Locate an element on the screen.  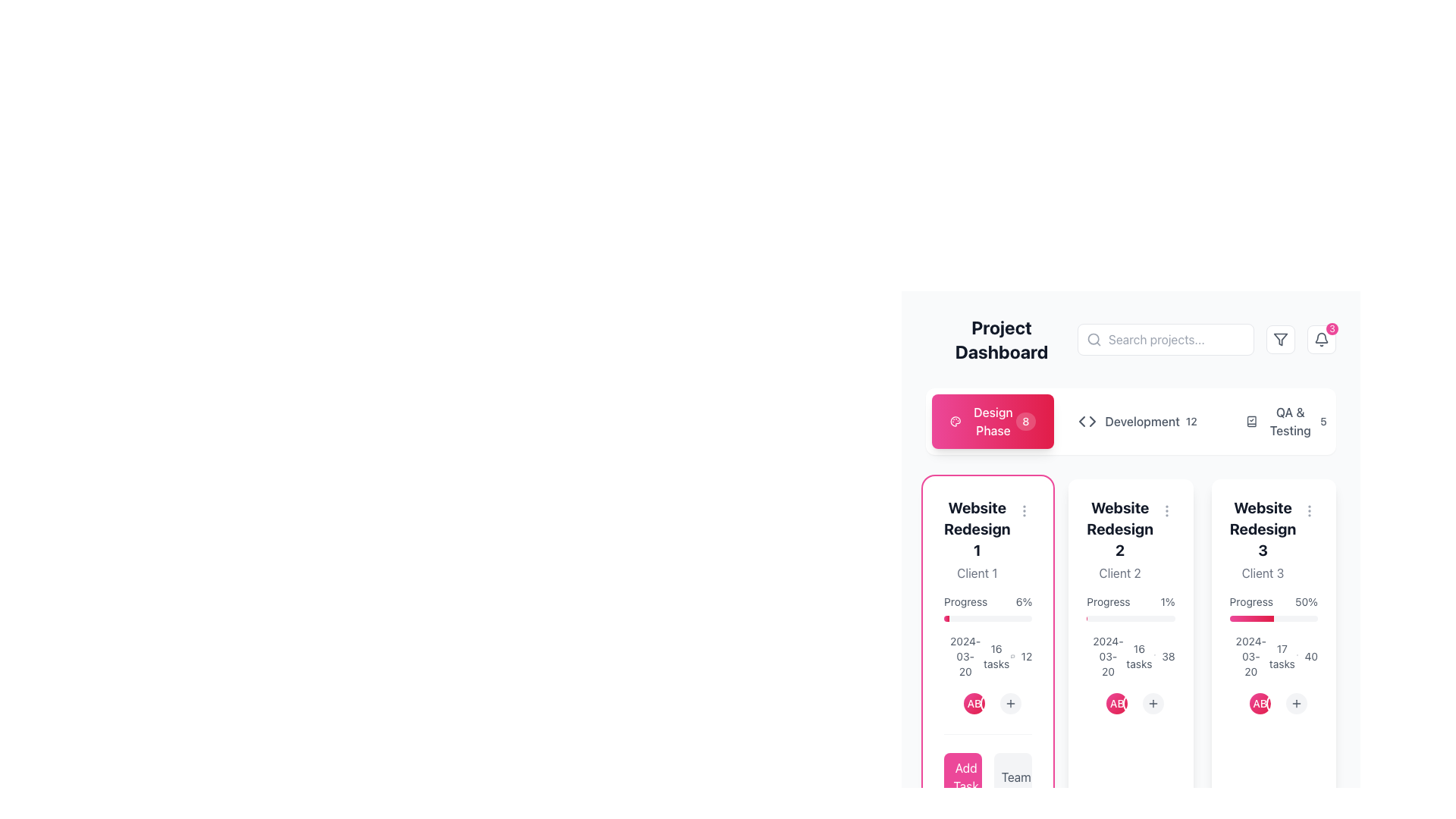
the static text label displaying 'Website Redesign 2', which is bold and large, located in the top-left quadrant of the card in the second column of a grid layout is located at coordinates (1120, 529).